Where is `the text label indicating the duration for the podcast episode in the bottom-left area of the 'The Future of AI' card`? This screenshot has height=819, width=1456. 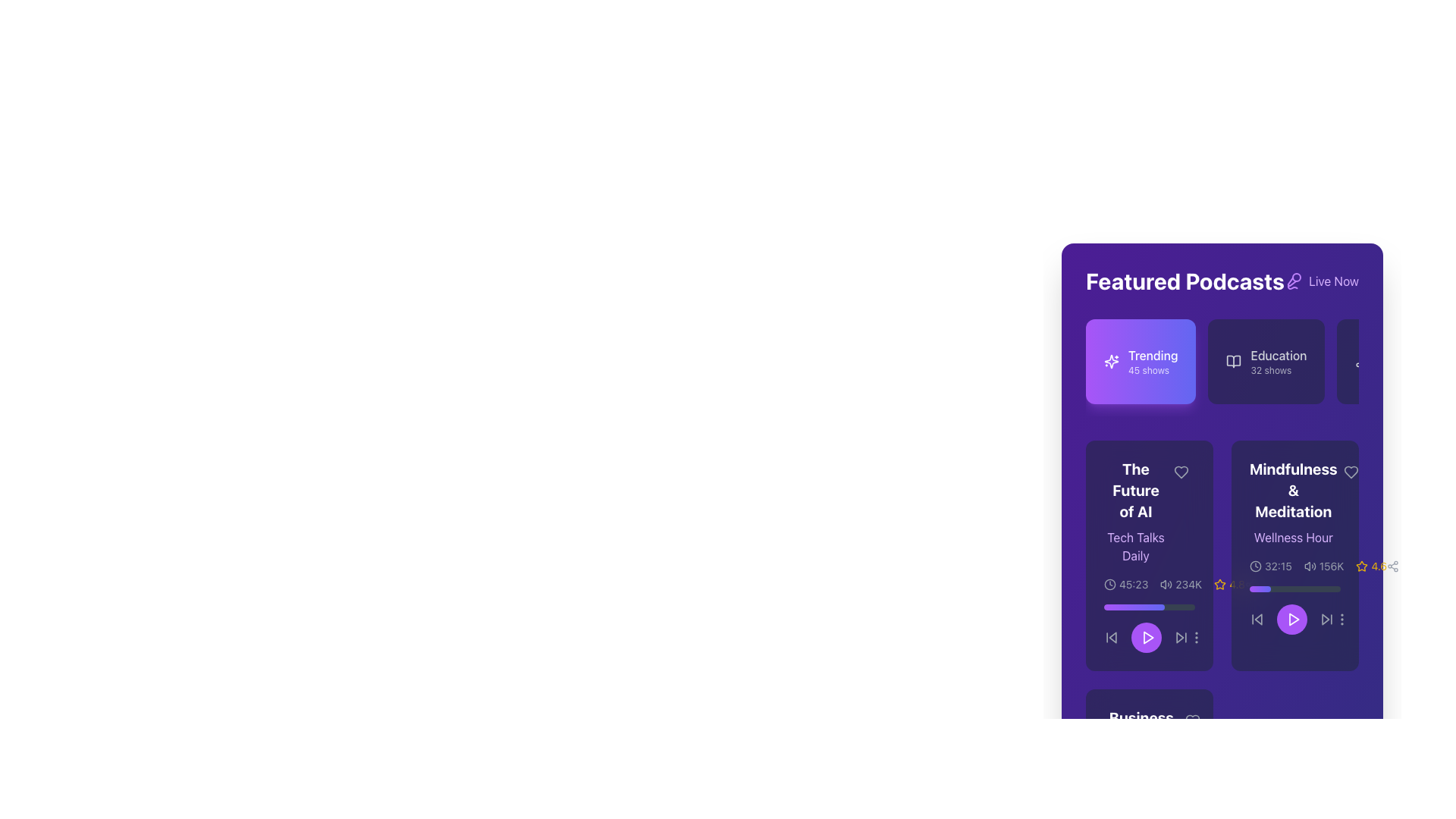 the text label indicating the duration for the podcast episode in the bottom-left area of the 'The Future of AI' card is located at coordinates (1134, 584).